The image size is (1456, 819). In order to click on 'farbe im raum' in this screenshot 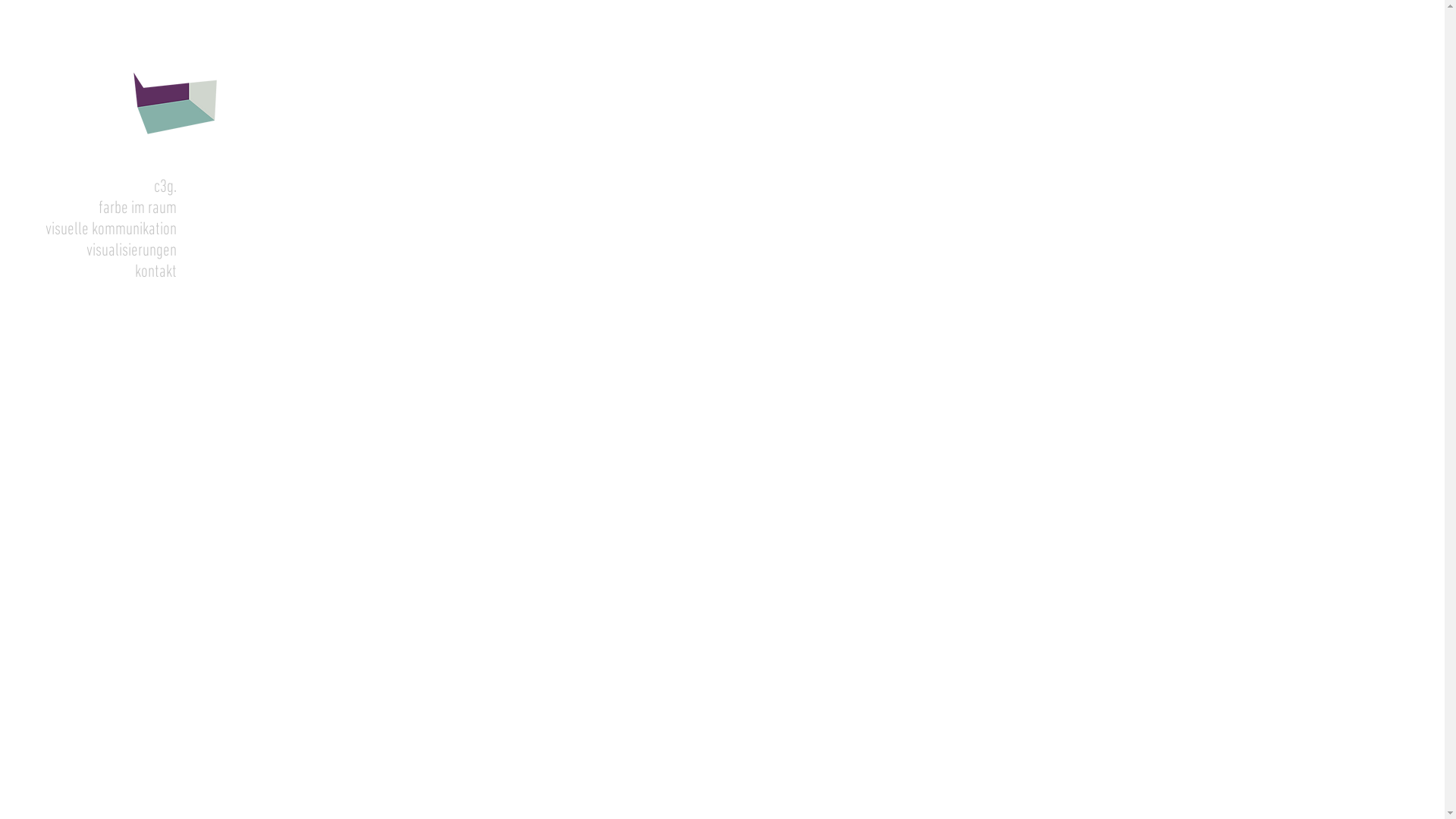, I will do `click(87, 208)`.